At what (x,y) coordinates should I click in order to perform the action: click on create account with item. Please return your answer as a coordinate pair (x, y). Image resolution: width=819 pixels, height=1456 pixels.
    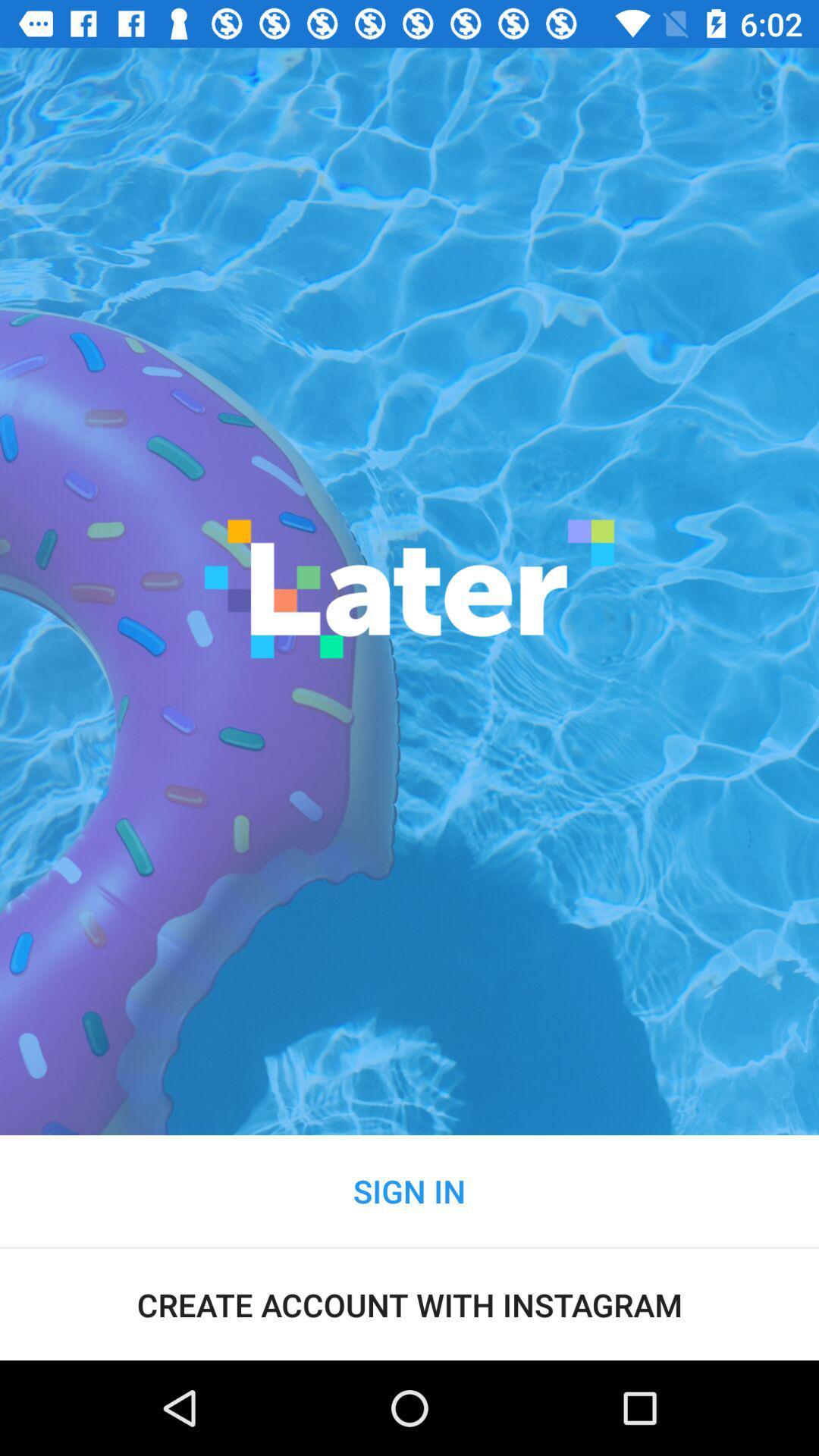
    Looking at the image, I should click on (409, 1304).